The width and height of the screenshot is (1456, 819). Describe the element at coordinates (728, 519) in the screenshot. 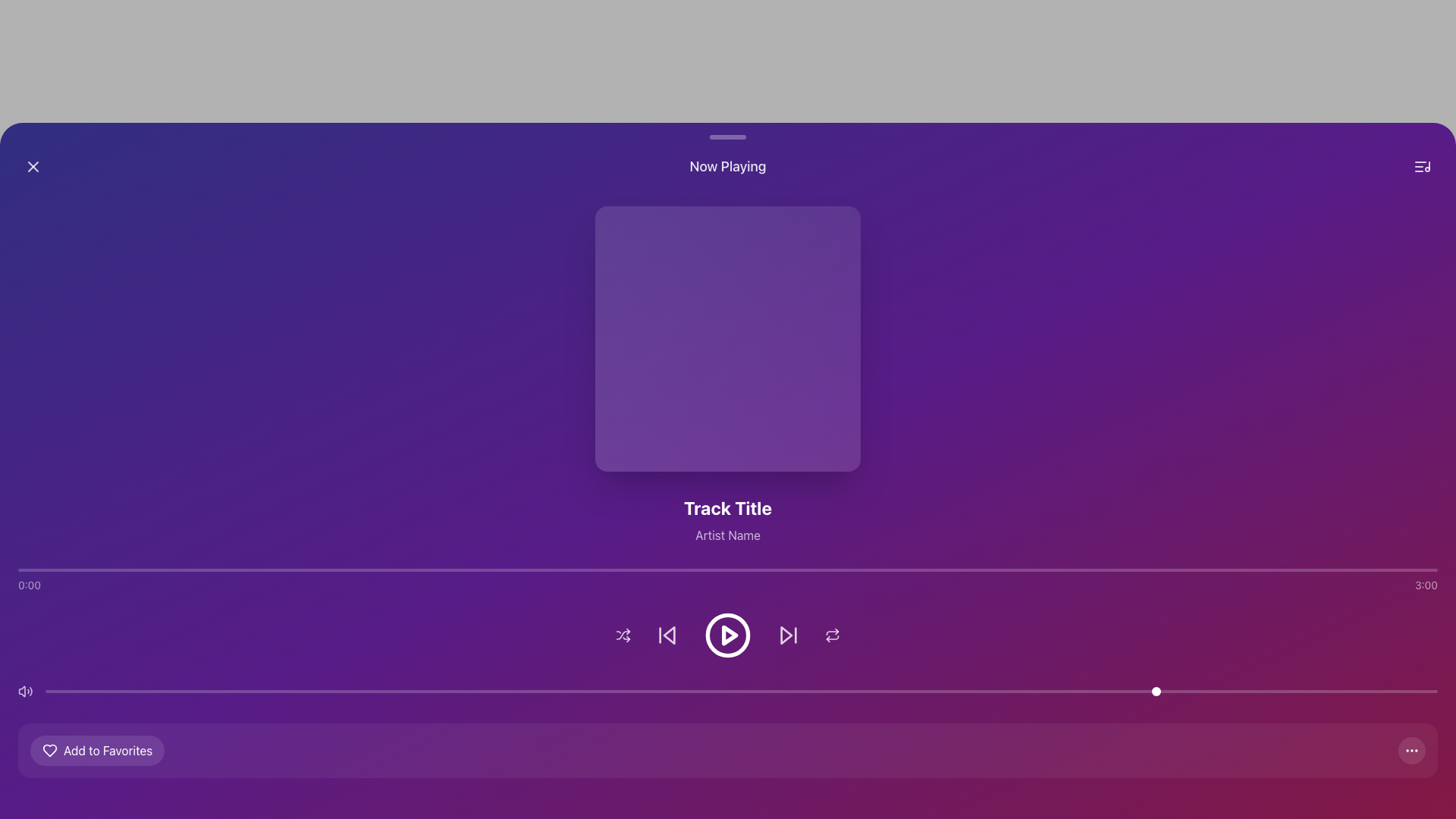

I see `the text component displaying the title of the currently playing track and the artist's name, located centrally at the bottom of the album art section` at that location.